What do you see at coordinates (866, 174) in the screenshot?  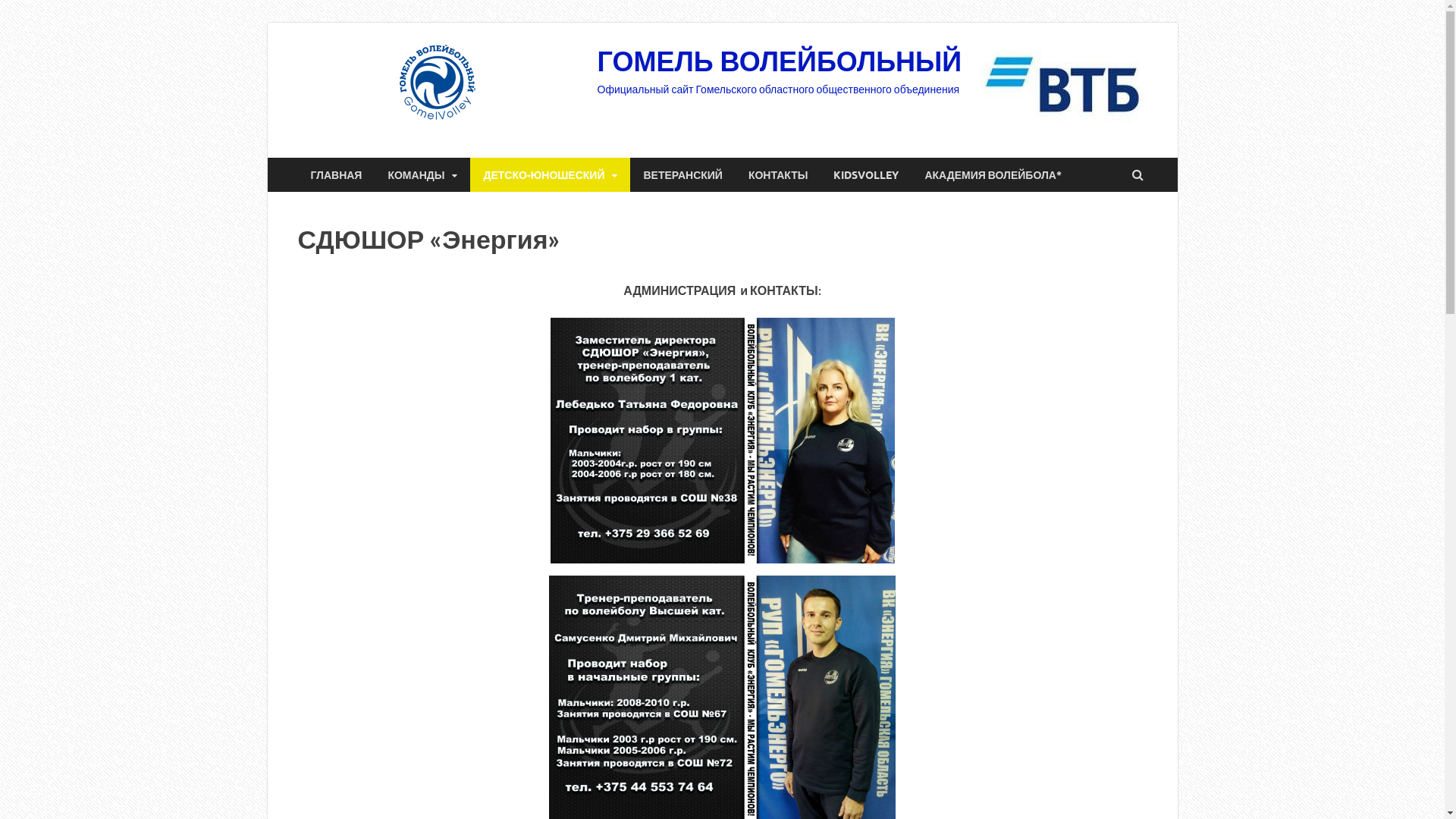 I see `'KIDSVOLLEY'` at bounding box center [866, 174].